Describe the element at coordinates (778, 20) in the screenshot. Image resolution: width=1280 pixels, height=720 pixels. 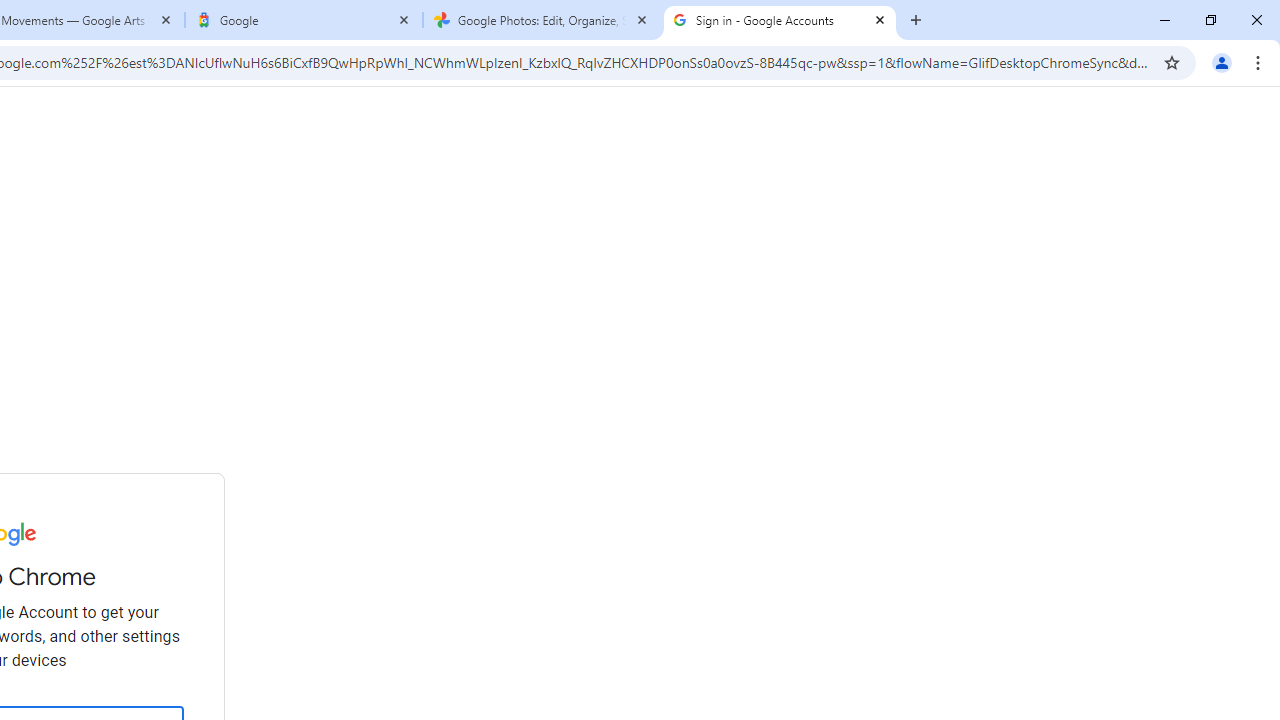
I see `'Sign in - Google Accounts'` at that location.